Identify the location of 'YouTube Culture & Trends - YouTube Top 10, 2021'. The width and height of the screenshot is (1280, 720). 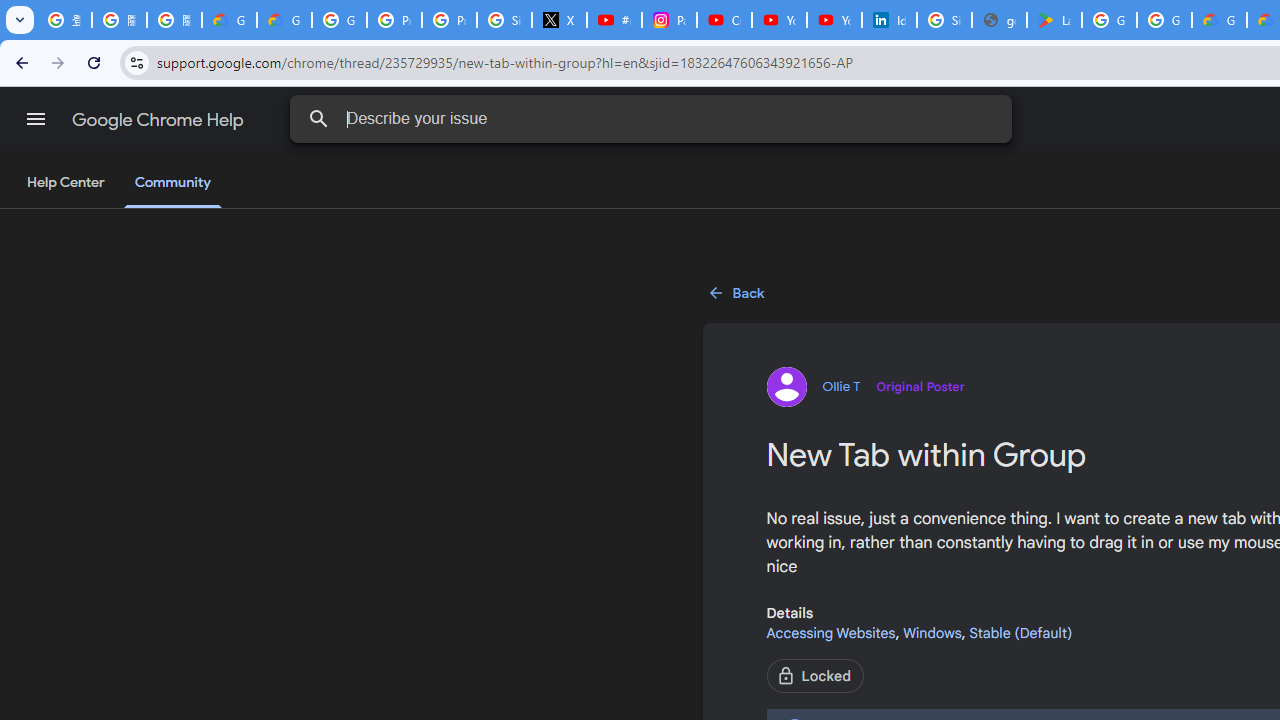
(833, 20).